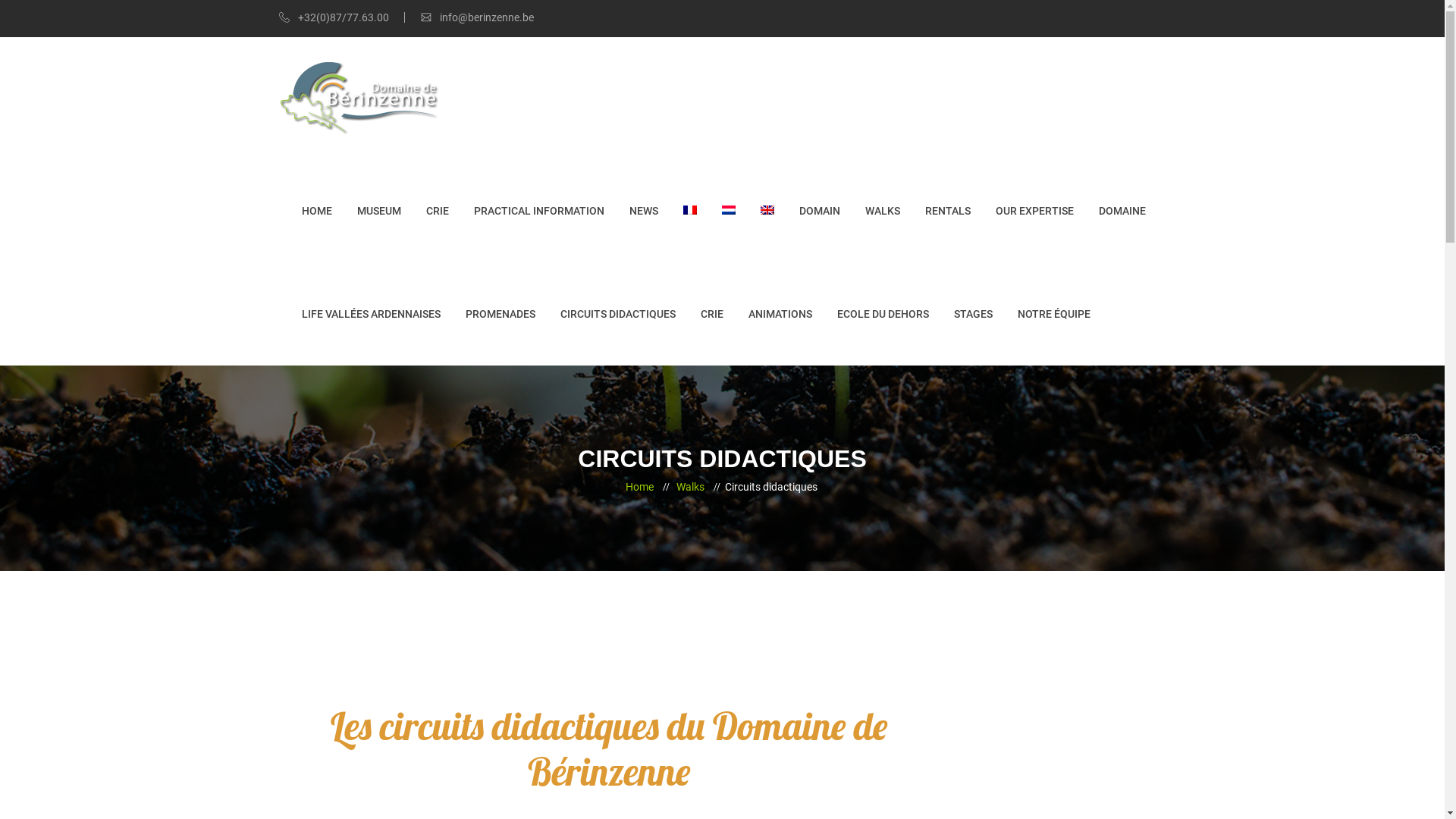 Image resolution: width=1456 pixels, height=819 pixels. I want to click on 'WALKS', so click(881, 210).